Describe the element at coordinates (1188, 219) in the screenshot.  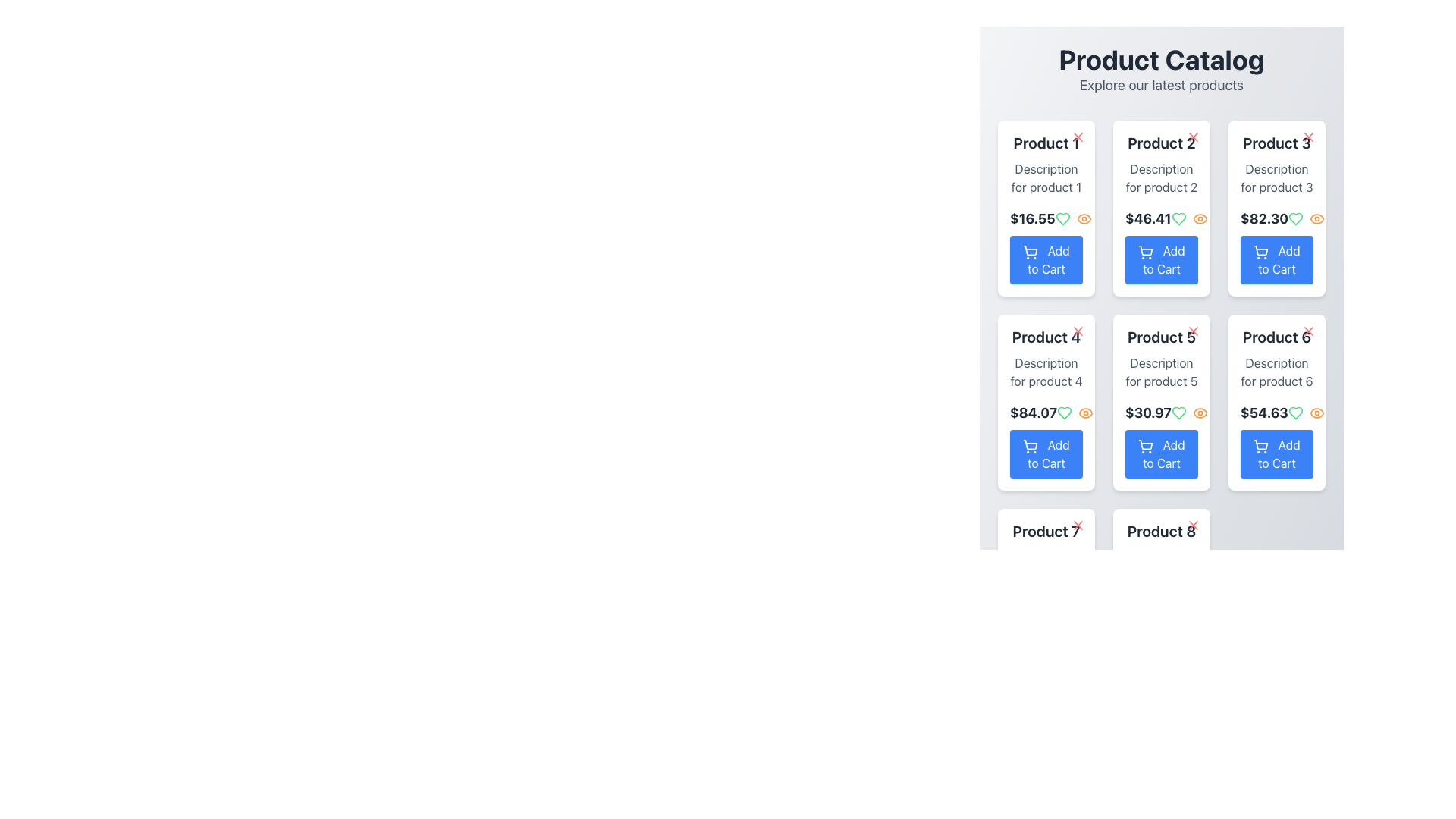
I see `the group of interactive icons, which includes a green heart icon and an orange eye icon, located in the second column of the first row of the product card interface` at that location.